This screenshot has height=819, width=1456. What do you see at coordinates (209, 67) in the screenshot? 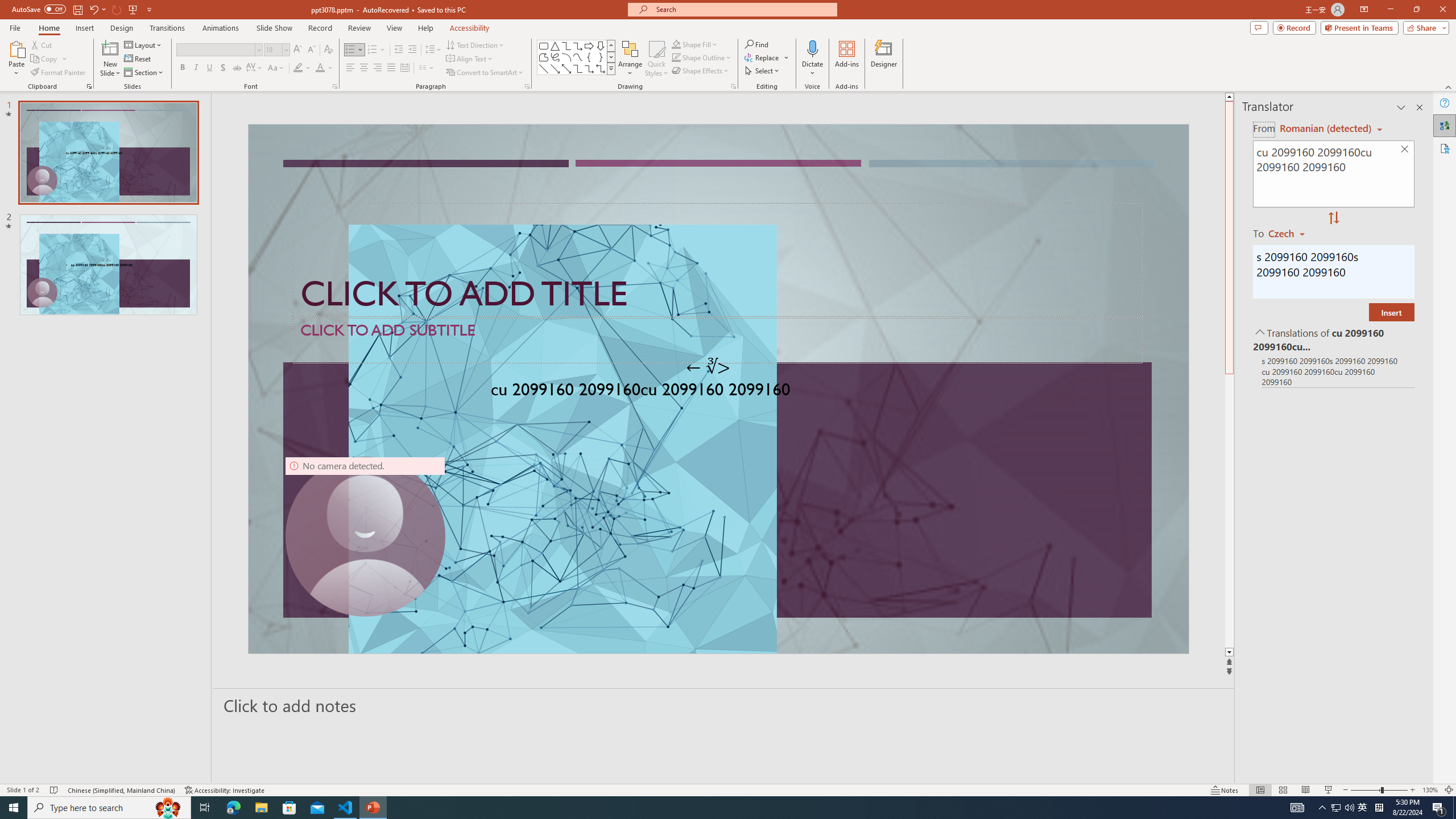
I see `'Underline'` at bounding box center [209, 67].